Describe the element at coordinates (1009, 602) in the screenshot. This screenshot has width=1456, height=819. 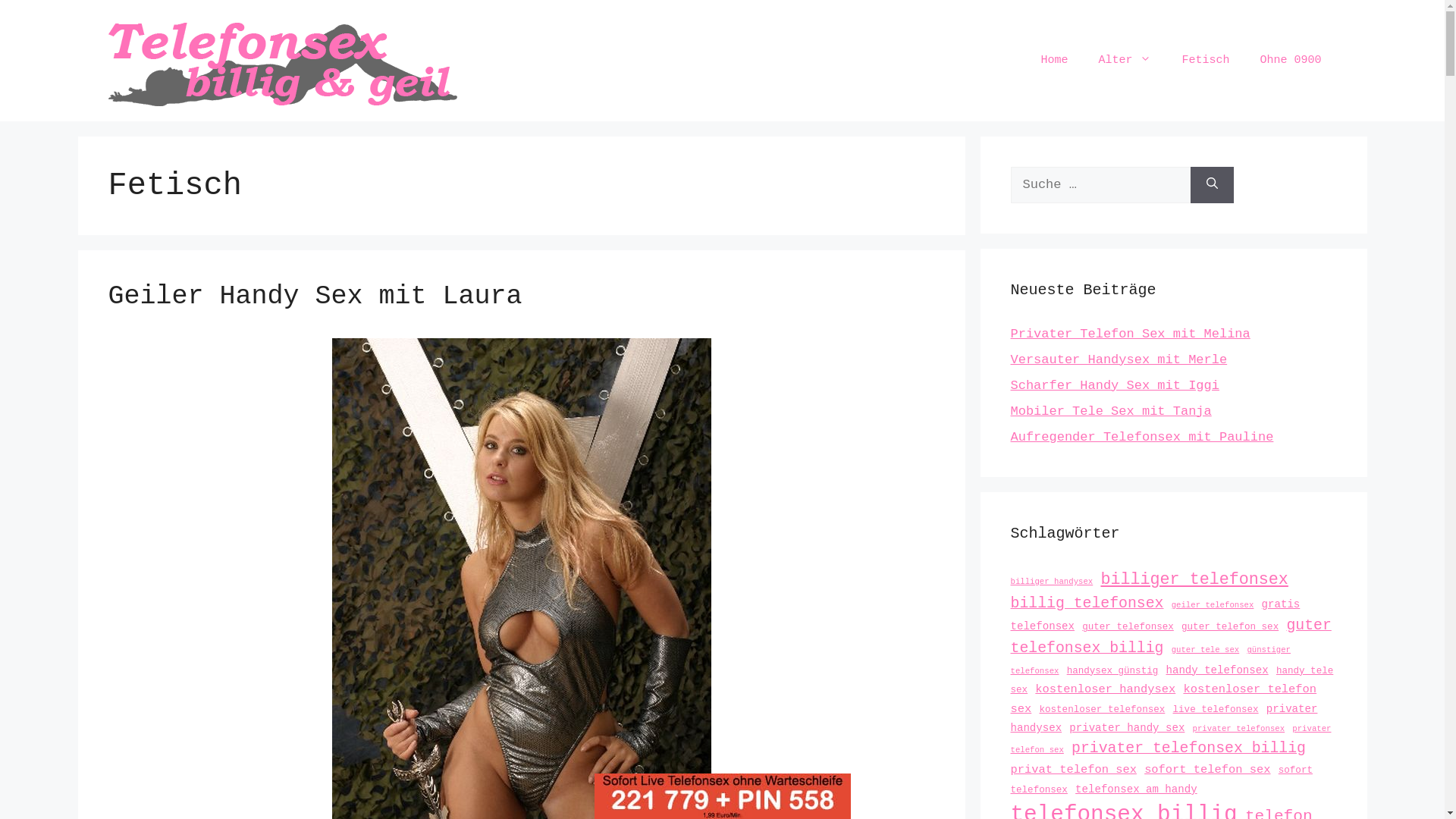
I see `'billig telefonsex'` at that location.